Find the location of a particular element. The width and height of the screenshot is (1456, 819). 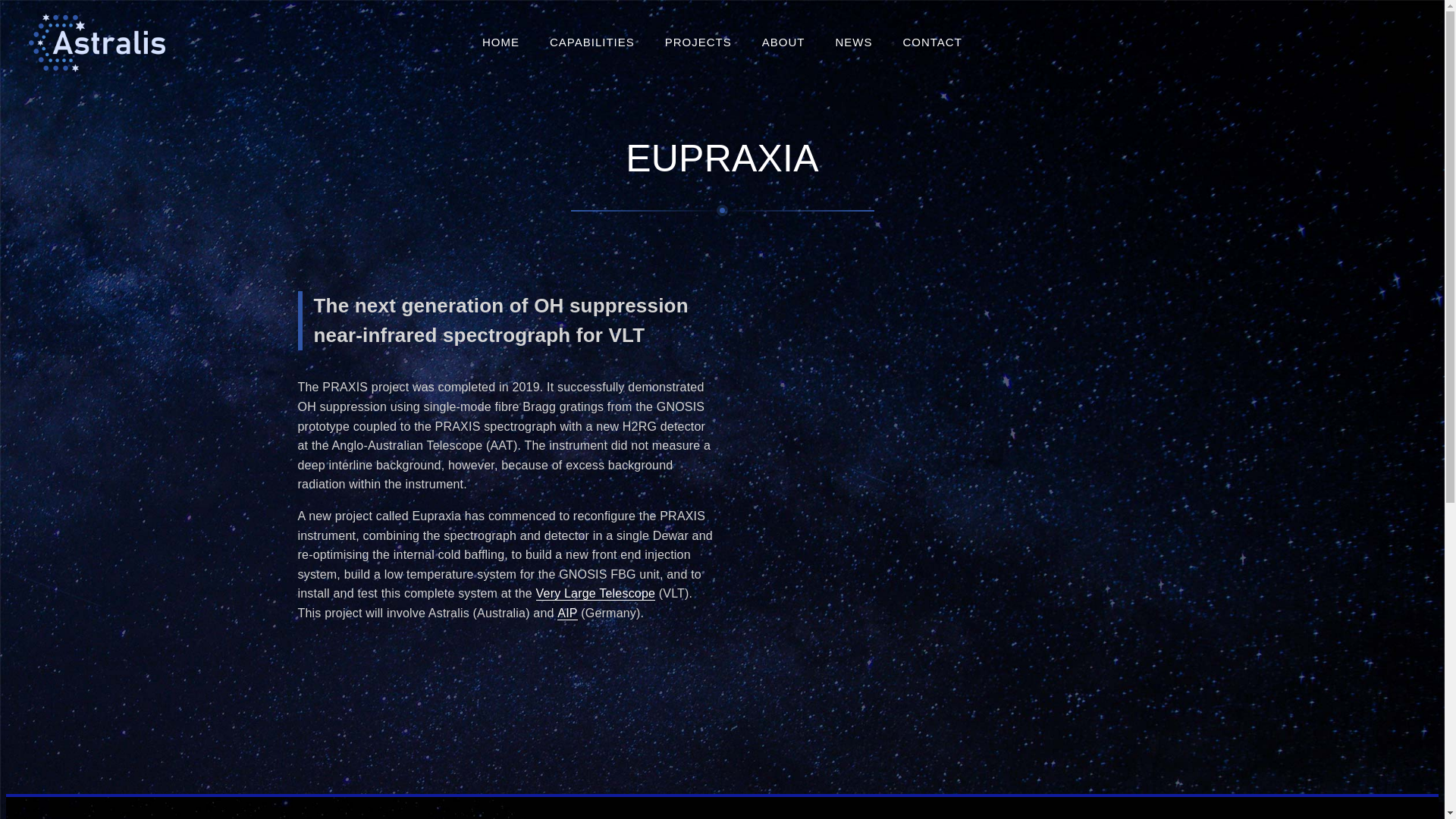

'ABOUT' is located at coordinates (783, 42).